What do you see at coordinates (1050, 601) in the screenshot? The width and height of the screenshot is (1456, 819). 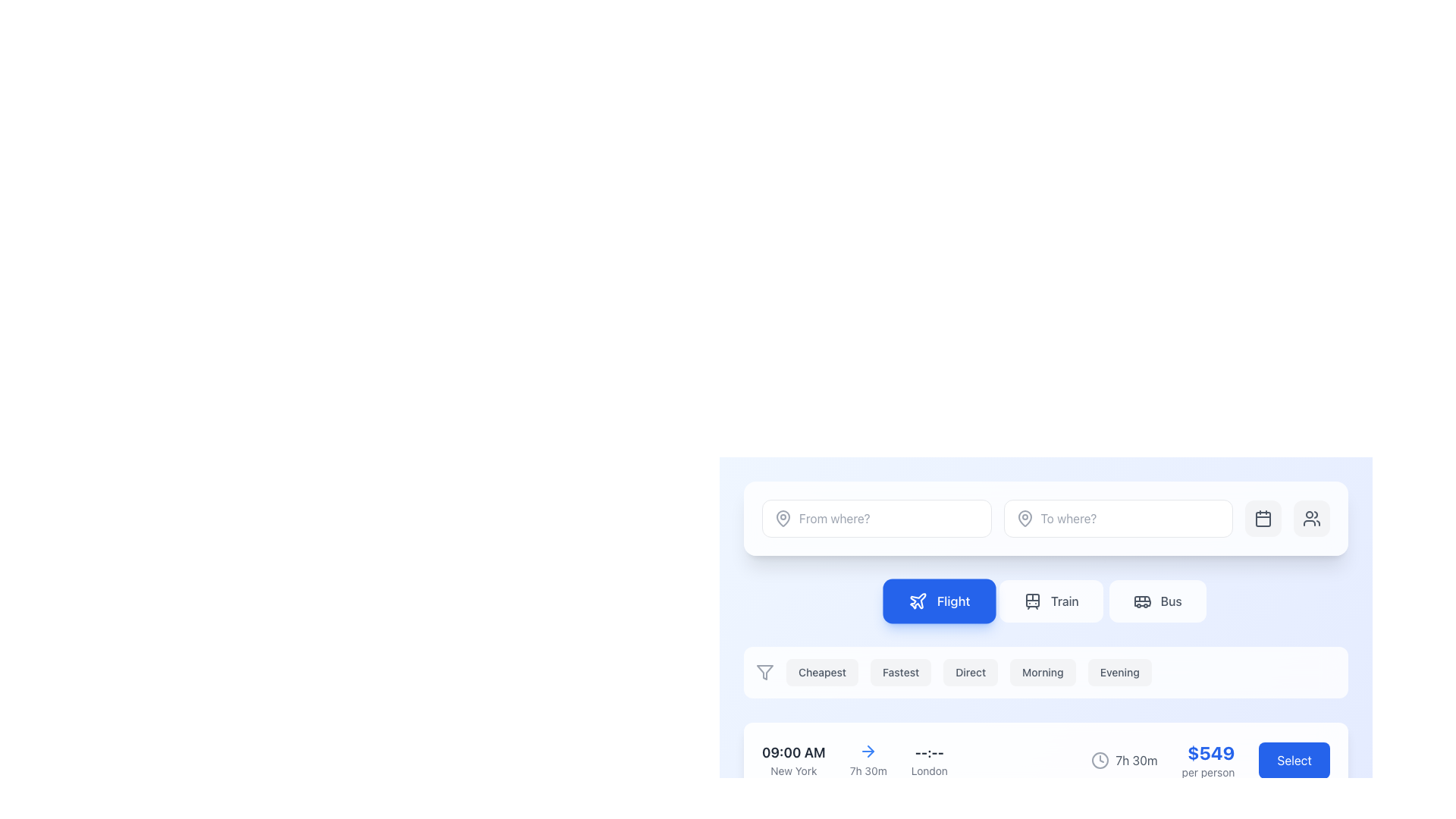 I see `the 'Train' button, which is a rectangular button with a white background and light gray text displaying 'Train', located in the middle of three buttons aligned with 'Flight' and 'Bus'` at bounding box center [1050, 601].